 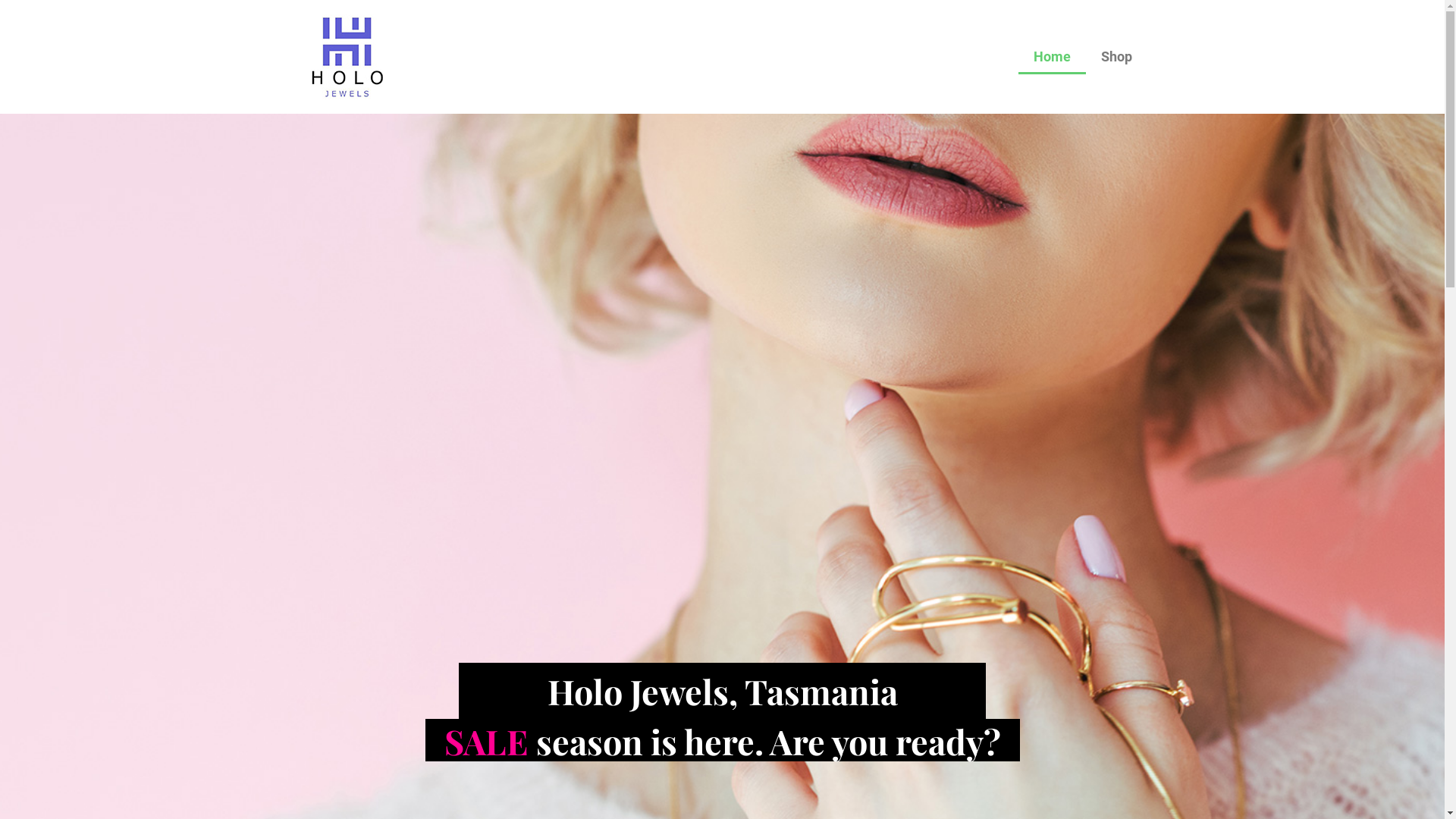 What do you see at coordinates (1116, 55) in the screenshot?
I see `'Shop'` at bounding box center [1116, 55].